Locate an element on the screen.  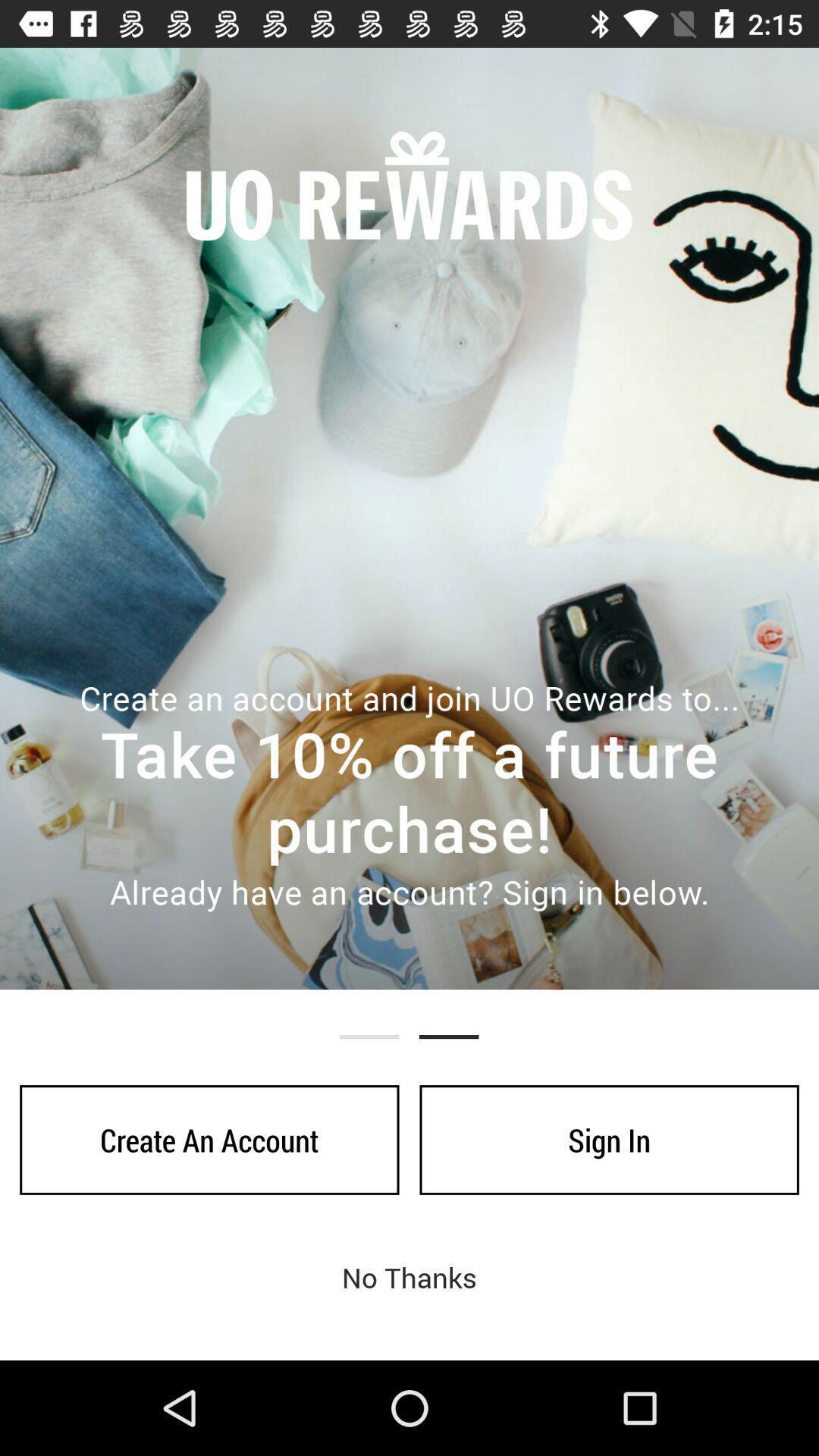
the sign in item is located at coordinates (608, 1140).